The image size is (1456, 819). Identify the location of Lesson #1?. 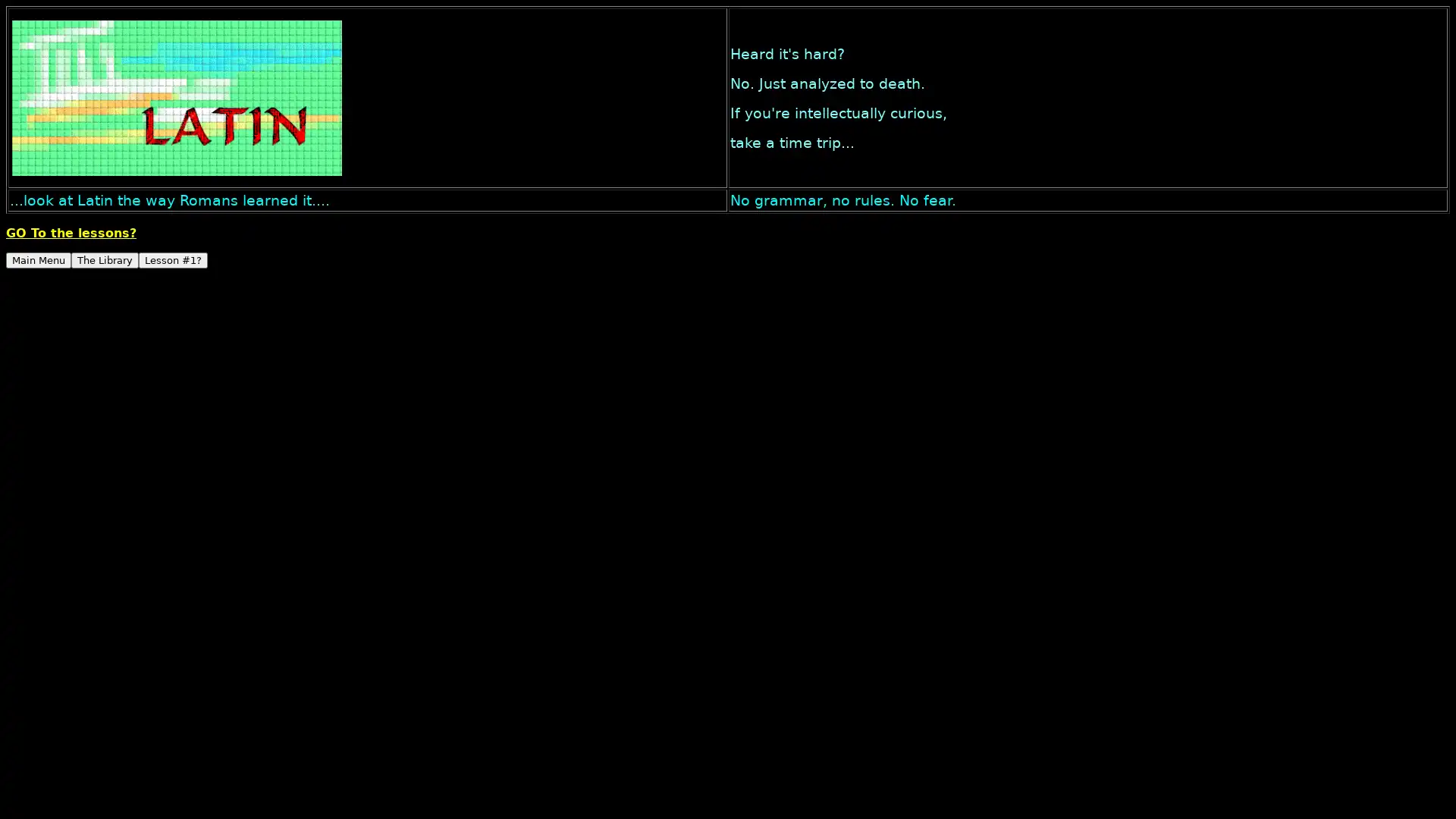
(173, 259).